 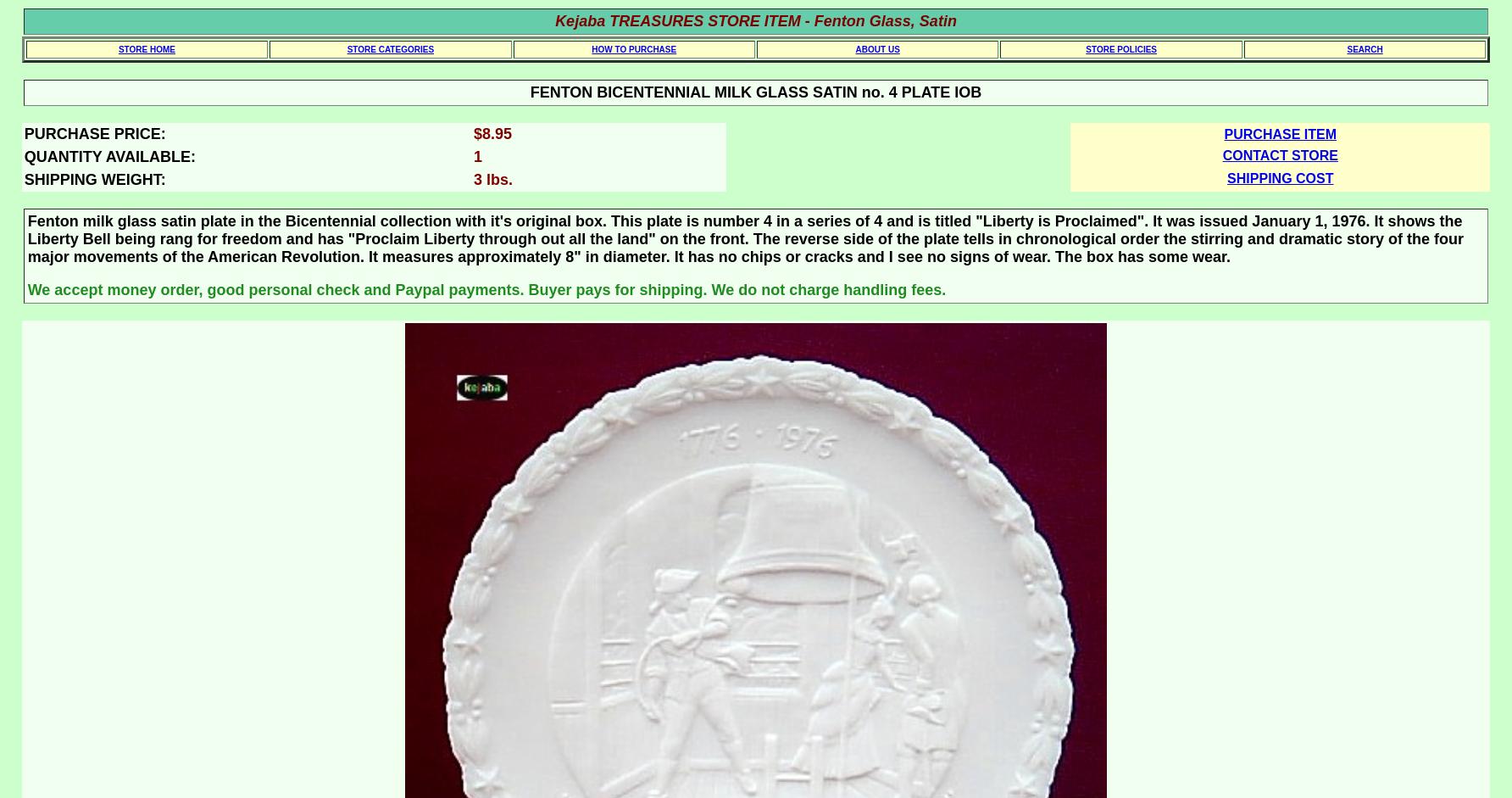 What do you see at coordinates (754, 21) in the screenshot?
I see `'Kejaba TREASURES STORE ITEM - Fenton Glass, Satin'` at bounding box center [754, 21].